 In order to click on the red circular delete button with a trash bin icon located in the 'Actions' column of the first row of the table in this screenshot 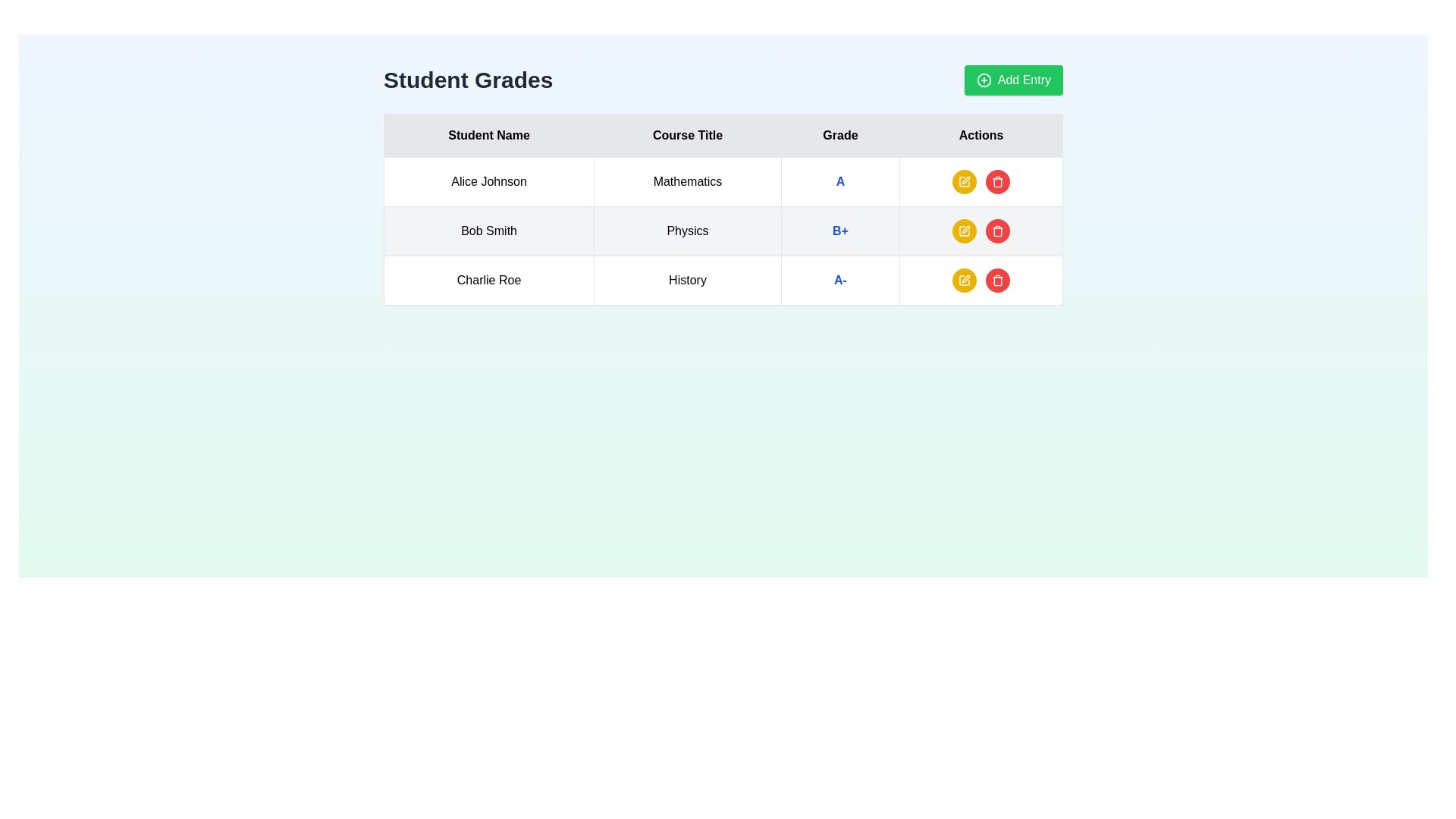, I will do `click(997, 180)`.